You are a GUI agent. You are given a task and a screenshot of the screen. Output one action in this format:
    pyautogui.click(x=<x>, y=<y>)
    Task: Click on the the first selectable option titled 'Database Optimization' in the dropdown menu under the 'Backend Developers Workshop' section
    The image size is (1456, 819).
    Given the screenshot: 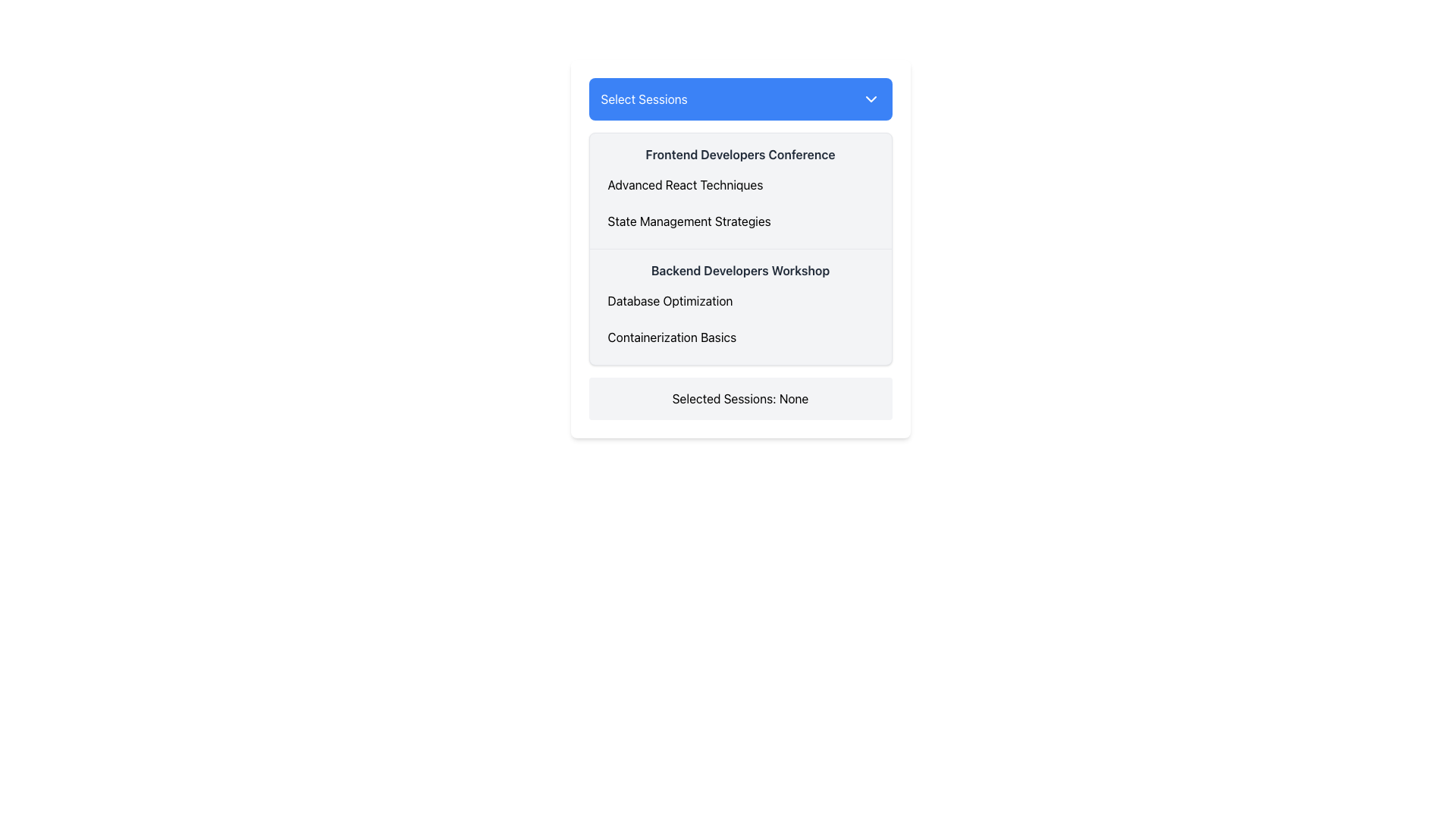 What is the action you would take?
    pyautogui.click(x=740, y=301)
    